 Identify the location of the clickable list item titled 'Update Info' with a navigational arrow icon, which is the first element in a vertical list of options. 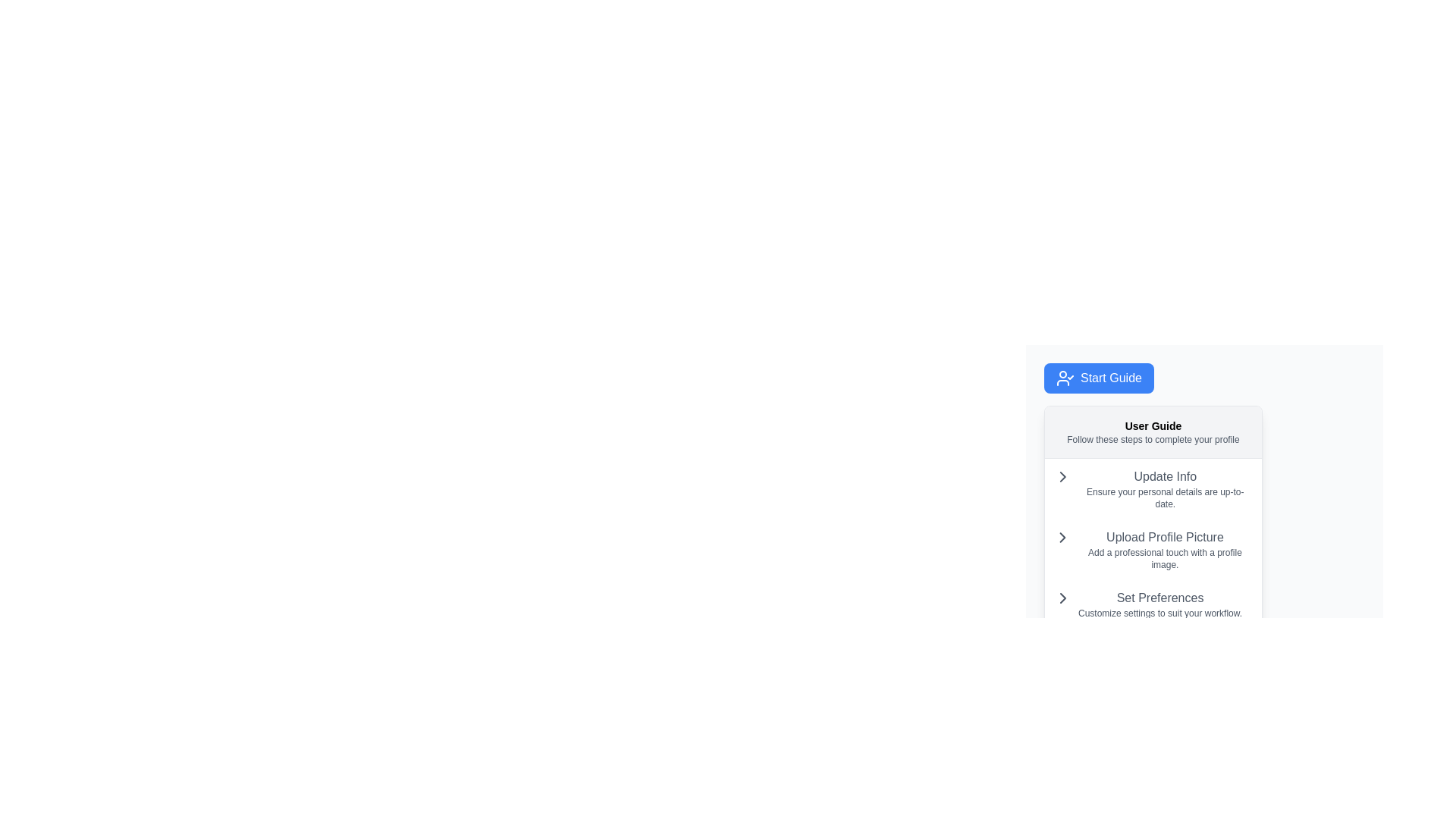
(1153, 488).